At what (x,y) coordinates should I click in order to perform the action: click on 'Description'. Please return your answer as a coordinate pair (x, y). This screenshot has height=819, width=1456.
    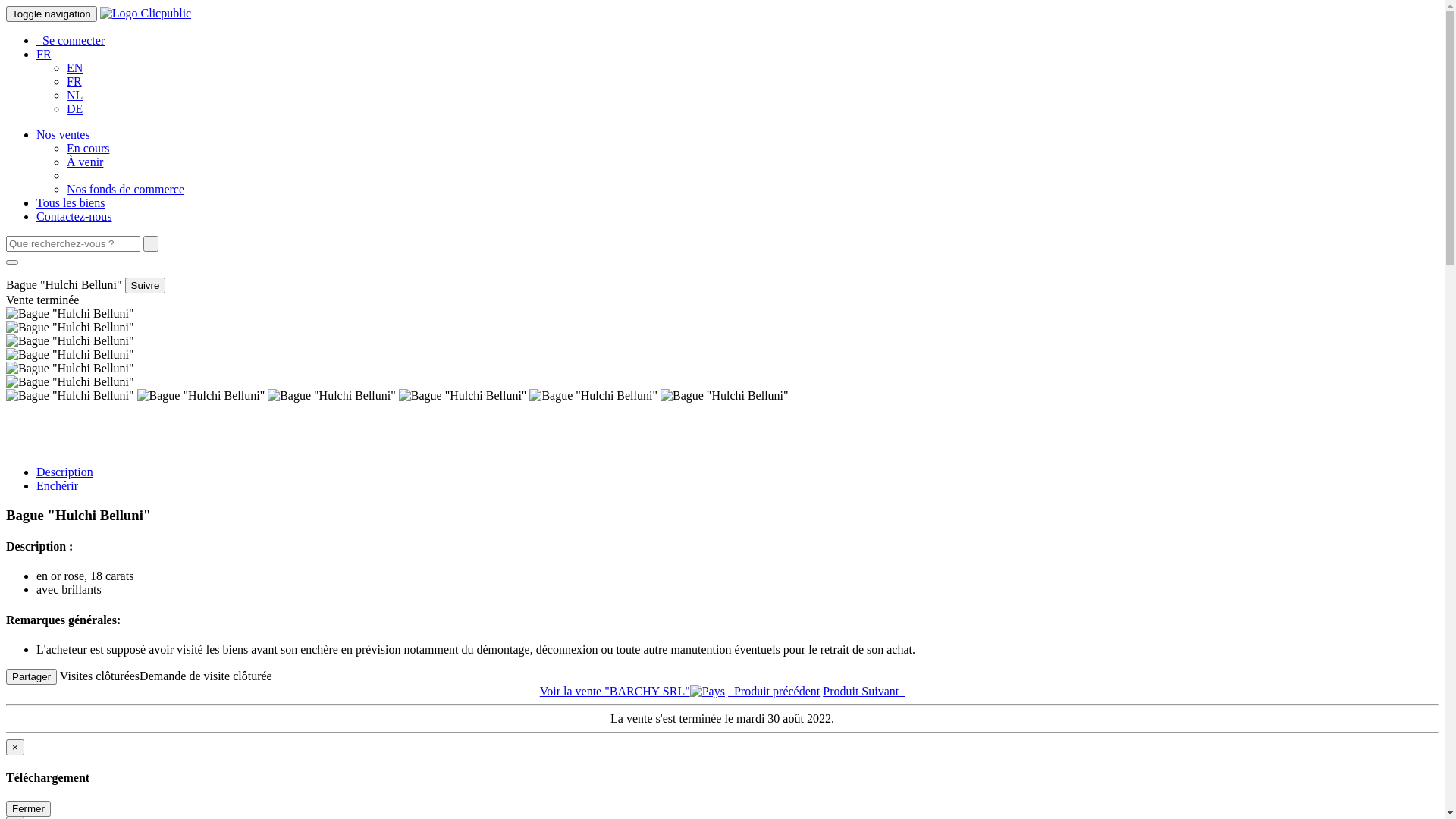
    Looking at the image, I should click on (64, 471).